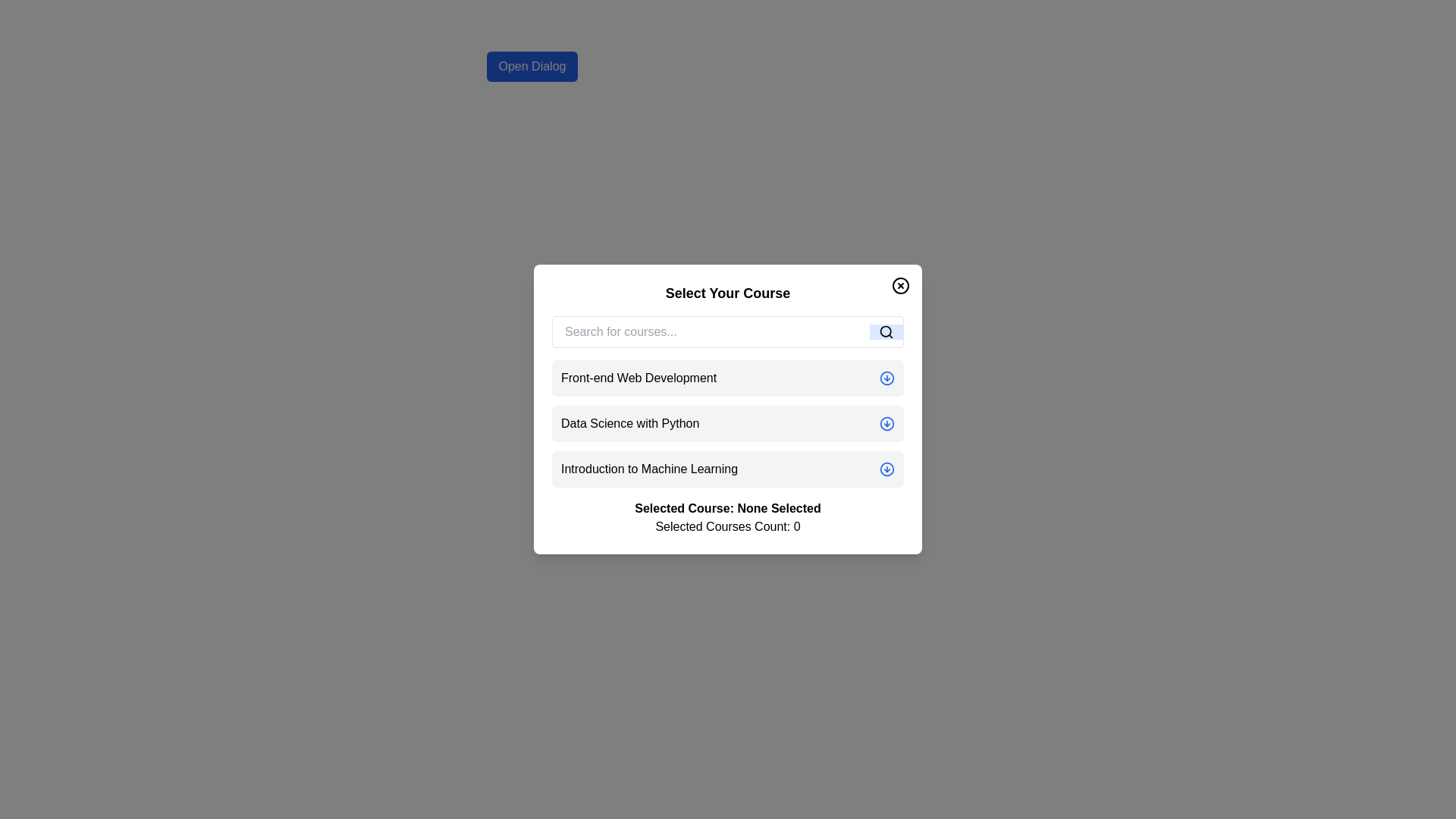 The image size is (1456, 819). I want to click on the lens part of the search icon, which is a circular shape located in the top-right area of the modal window, adjacent to the input field for searching courses, so click(886, 331).